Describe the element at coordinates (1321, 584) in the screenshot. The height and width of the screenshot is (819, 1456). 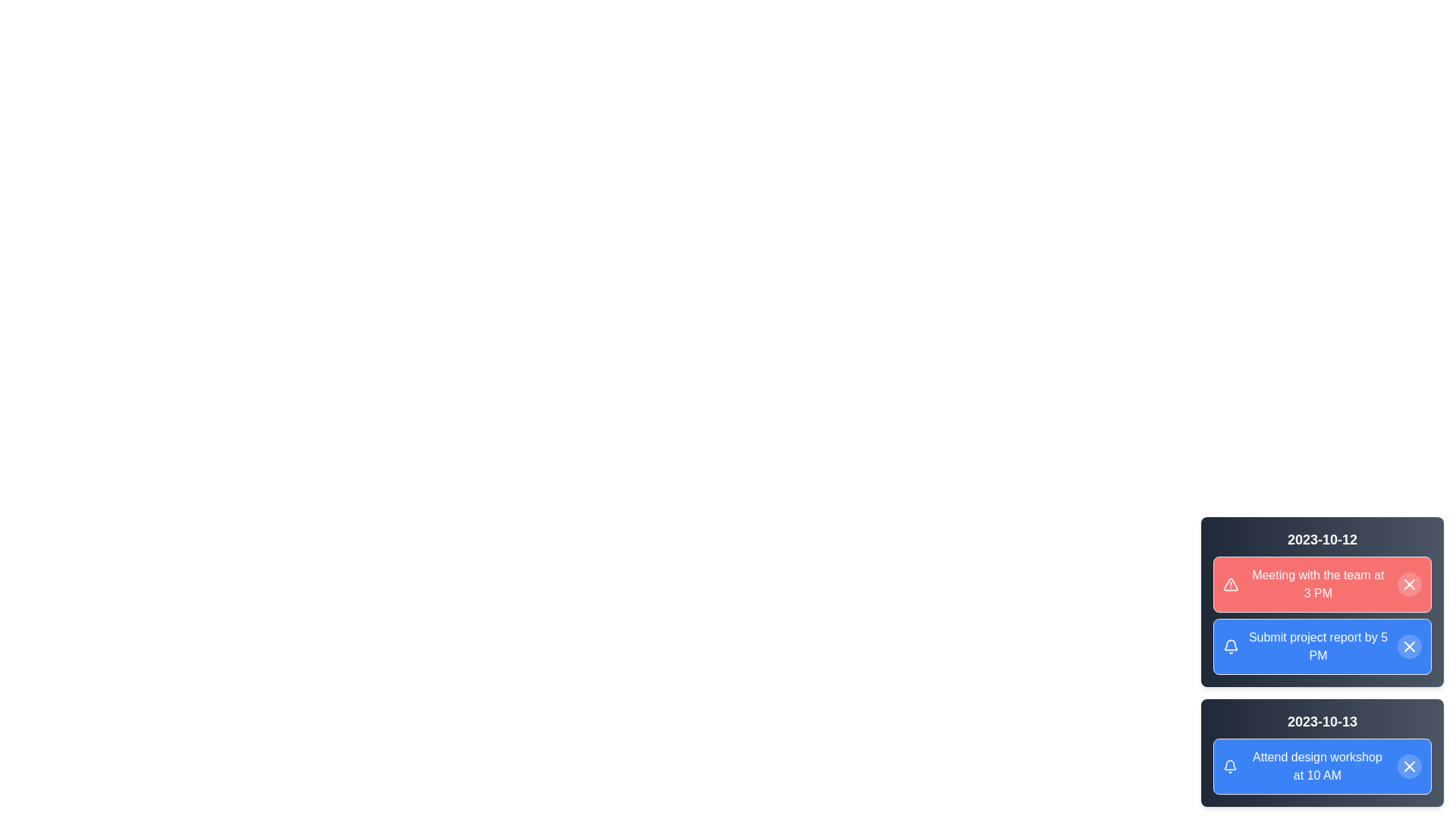
I see `the notification with content 'Meeting with the team at 3 PM'` at that location.